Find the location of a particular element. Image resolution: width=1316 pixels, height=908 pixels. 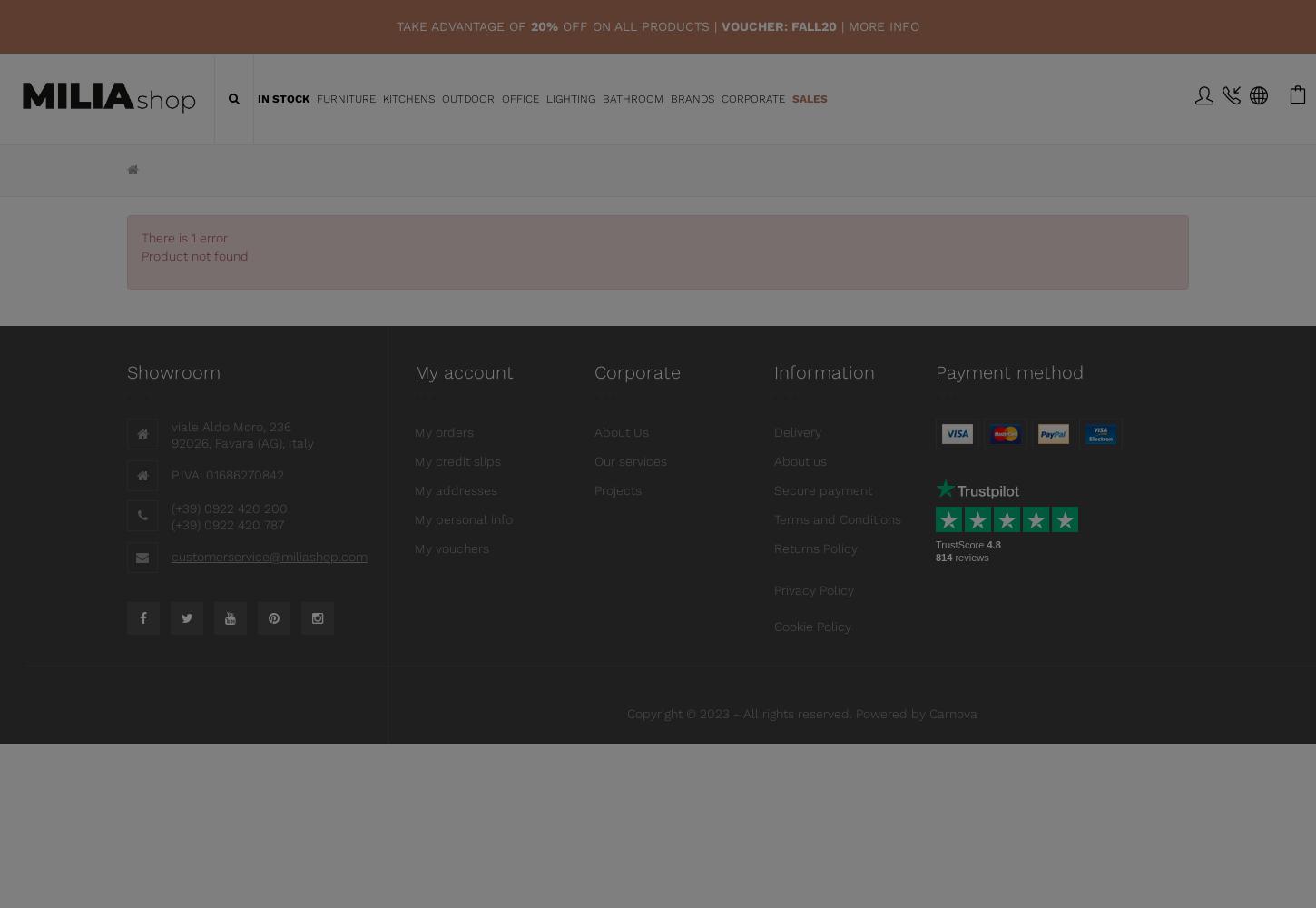

'My account' is located at coordinates (464, 372).